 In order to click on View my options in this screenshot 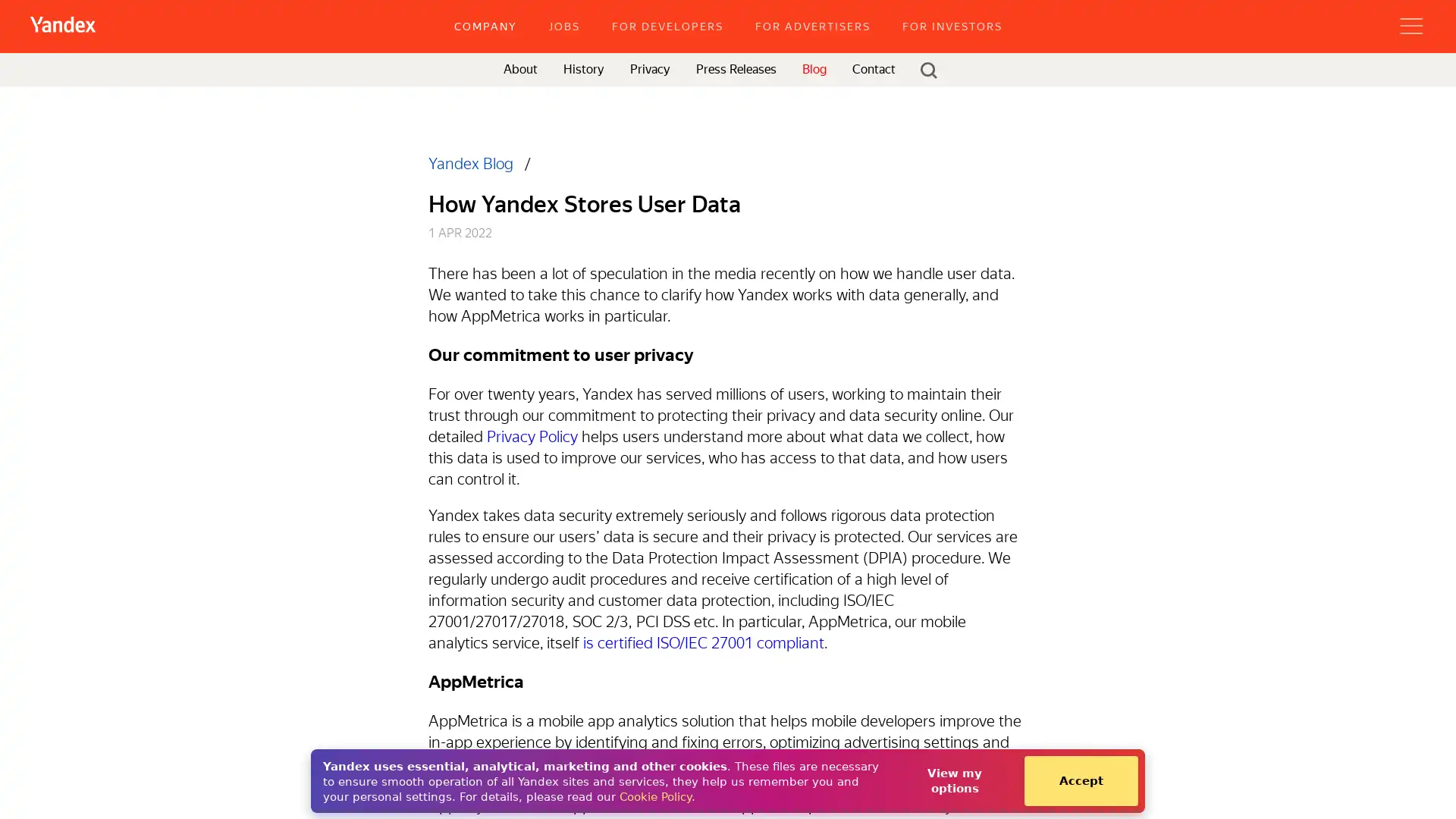, I will do `click(953, 780)`.